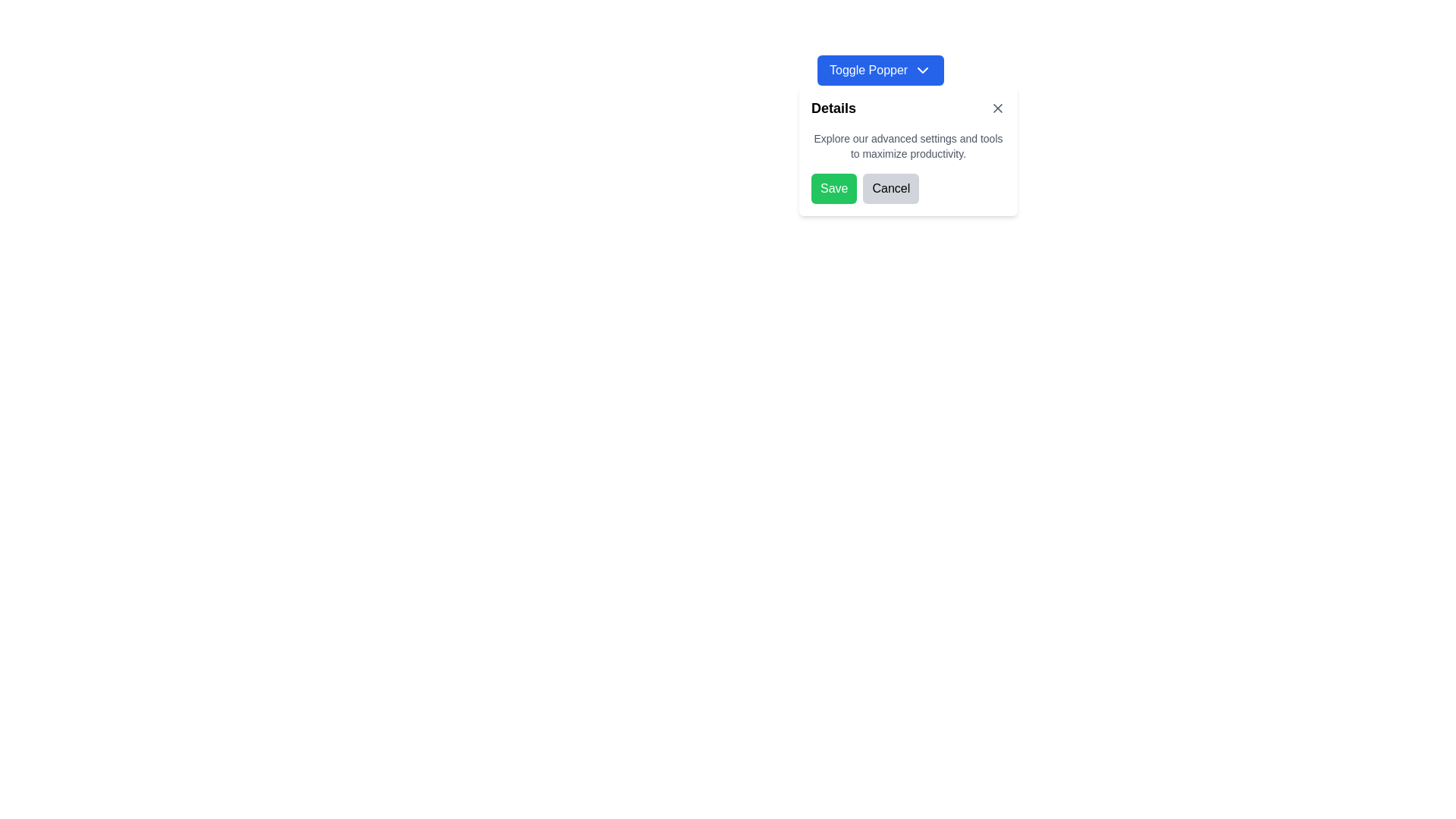 The width and height of the screenshot is (1456, 819). Describe the element at coordinates (954, 70) in the screenshot. I see `the Toggle Button with Dropdown located at the top-left corner of the layout` at that location.